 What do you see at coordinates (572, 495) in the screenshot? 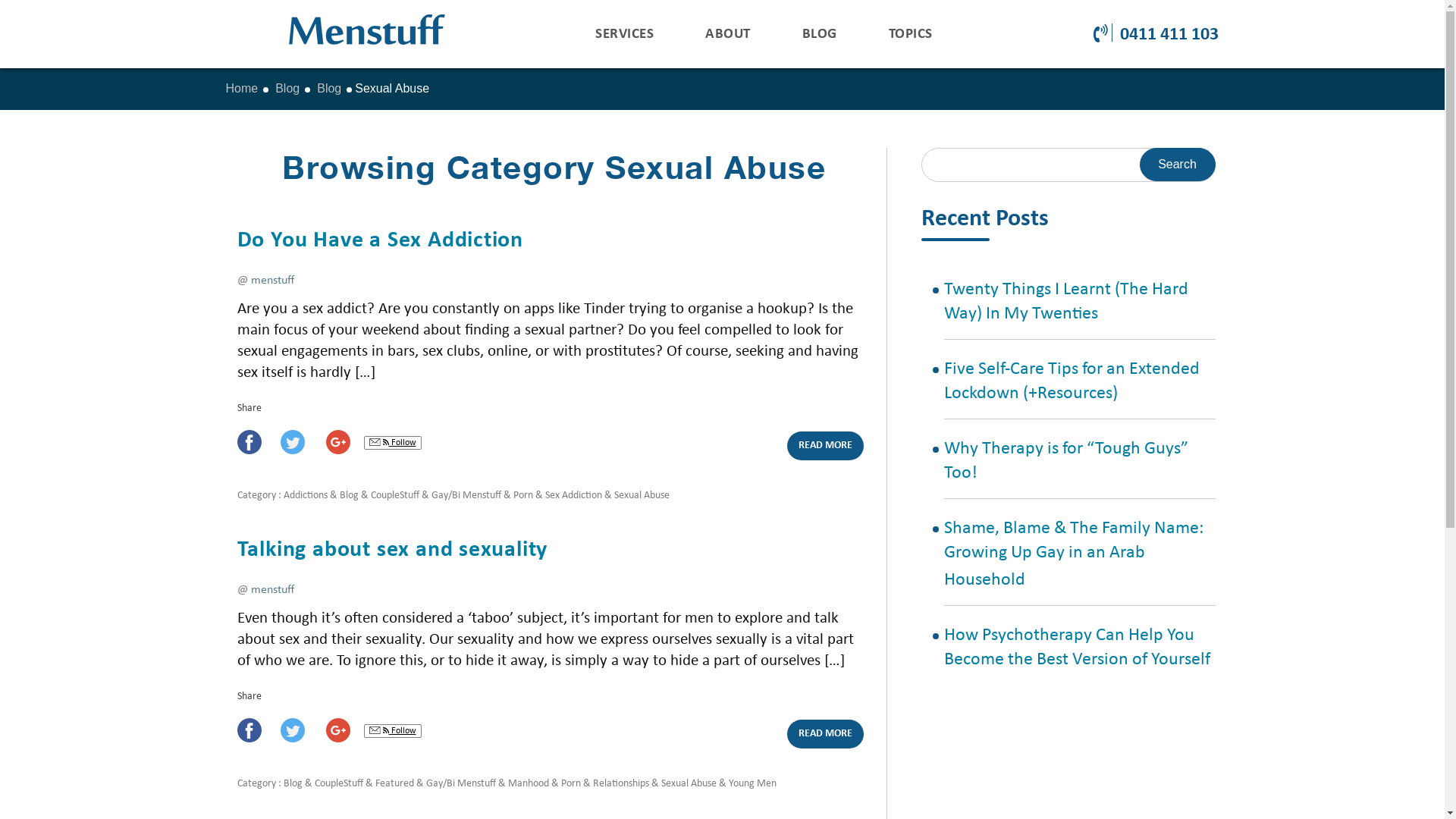
I see `'Sex Addiction'` at bounding box center [572, 495].